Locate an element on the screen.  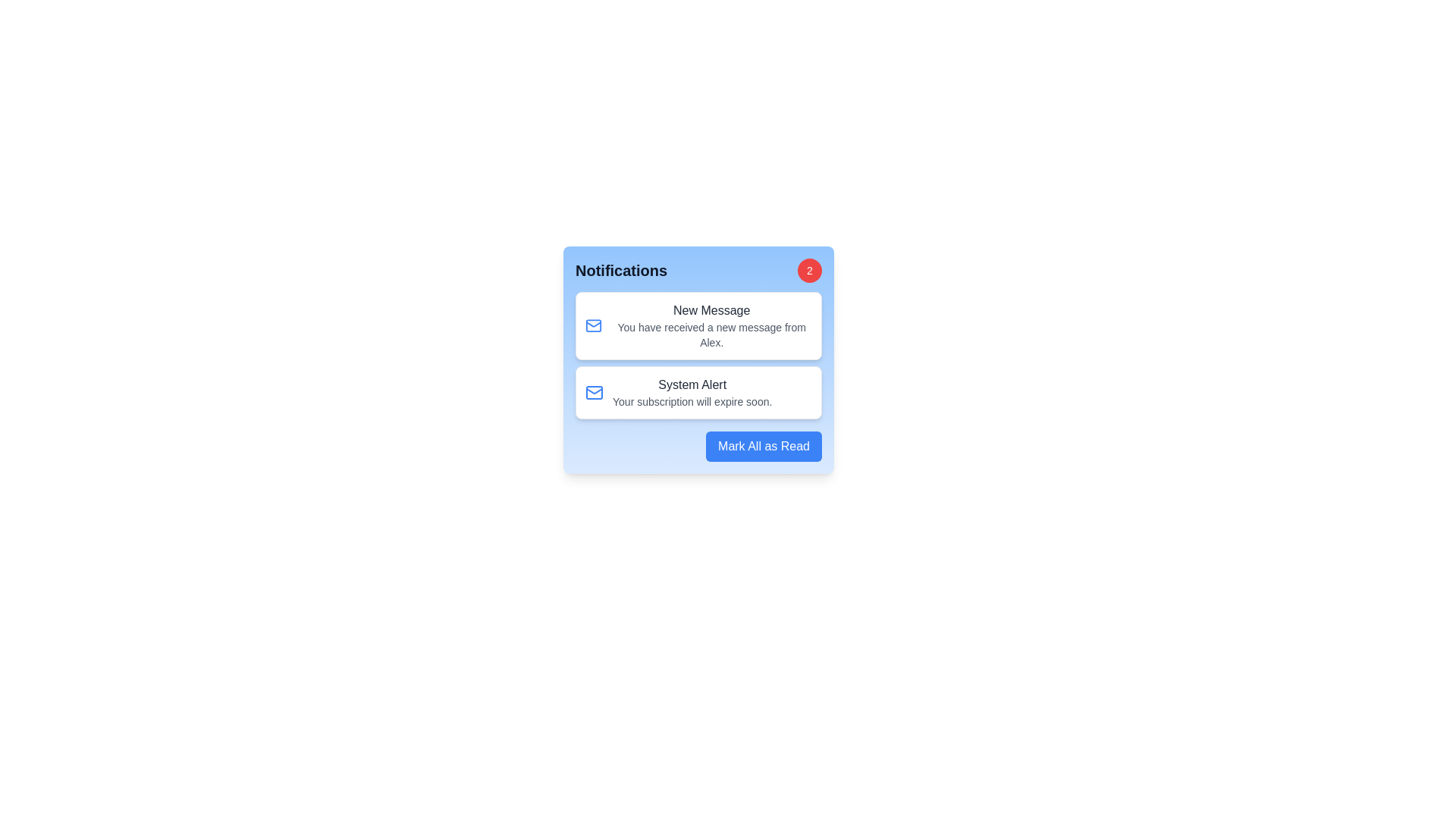
the rectangular button with a blue background and white text labeled 'Mark All as Read' located at the bottom-right corner of the notification panel to mark all notifications as read is located at coordinates (764, 446).